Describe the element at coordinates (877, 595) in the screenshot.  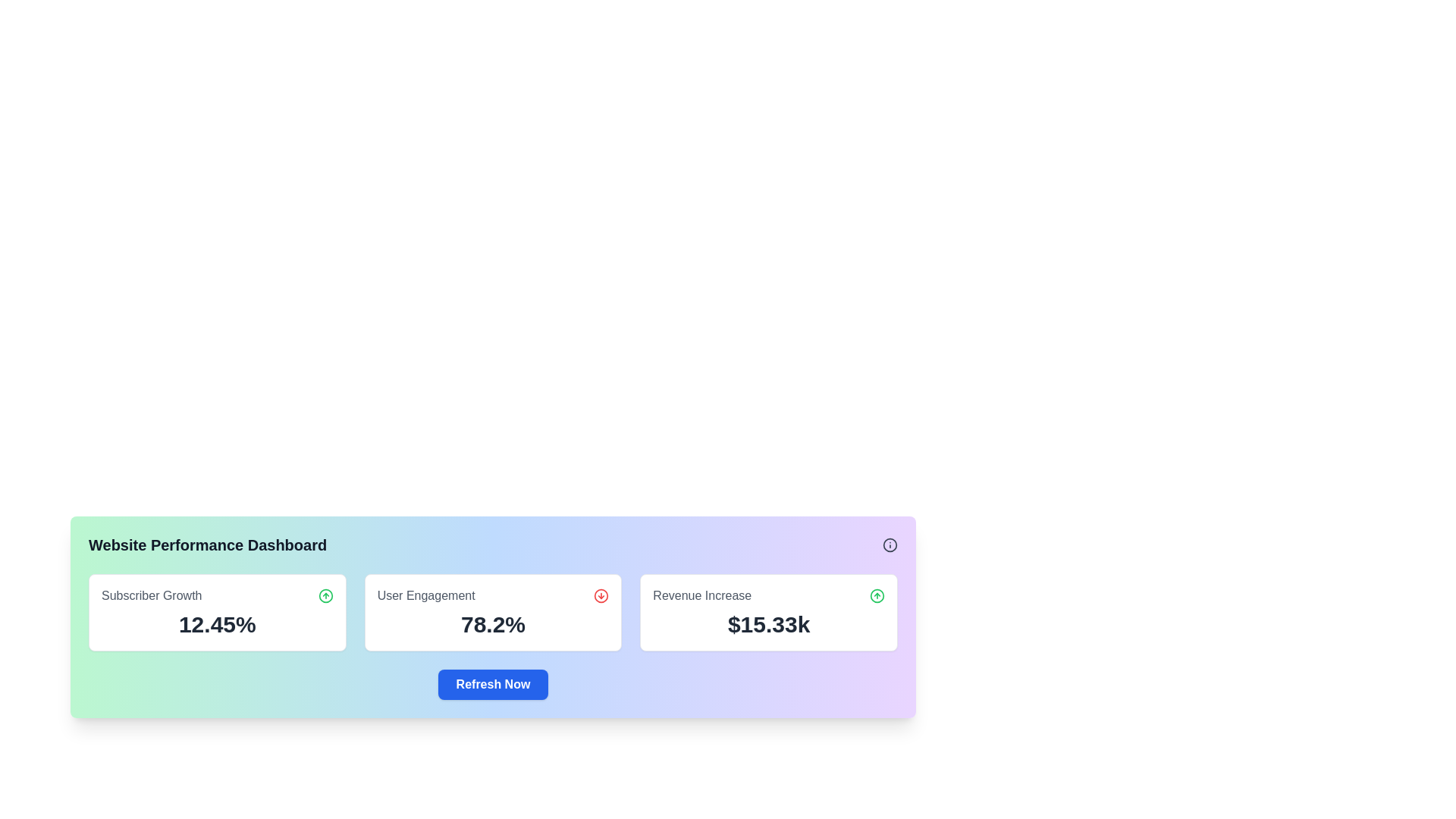
I see `the green circular icon with an upward arrow, located to the right of the 'Revenue Increase' label within the rightmost card of three horizontally aligned cards` at that location.